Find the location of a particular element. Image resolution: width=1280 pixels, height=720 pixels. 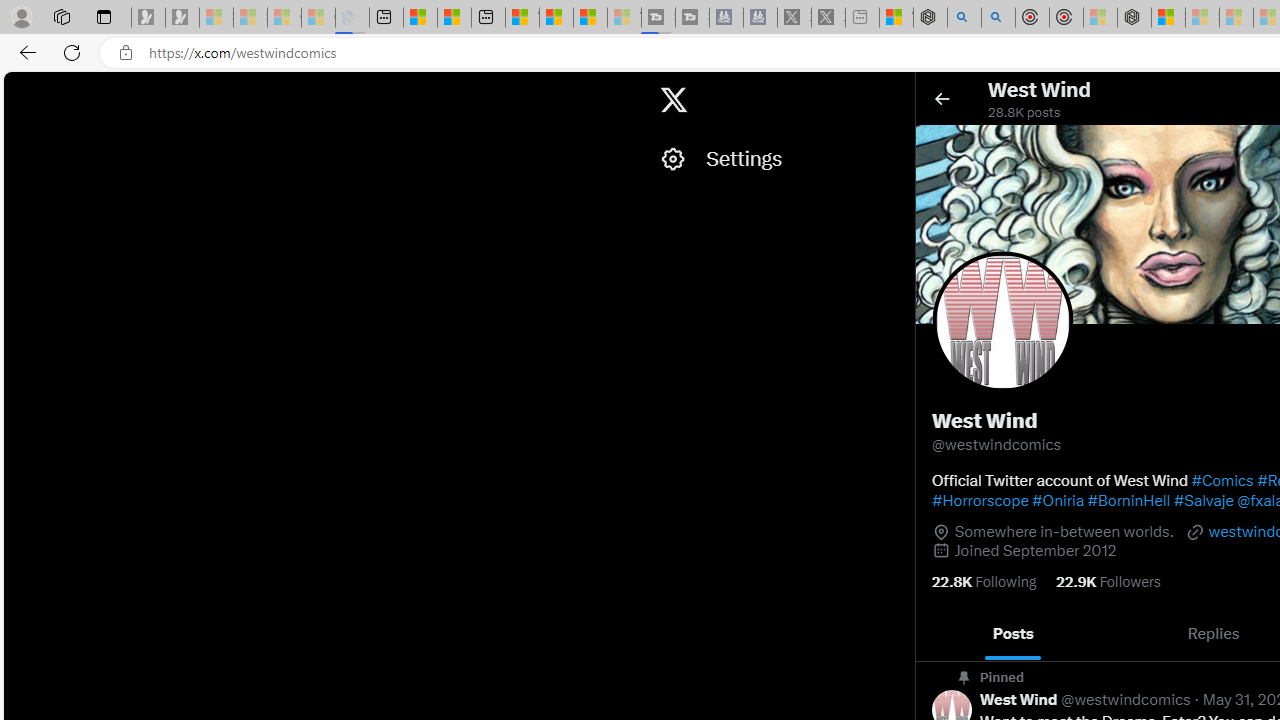

'22.9K Followers' is located at coordinates (1107, 582).